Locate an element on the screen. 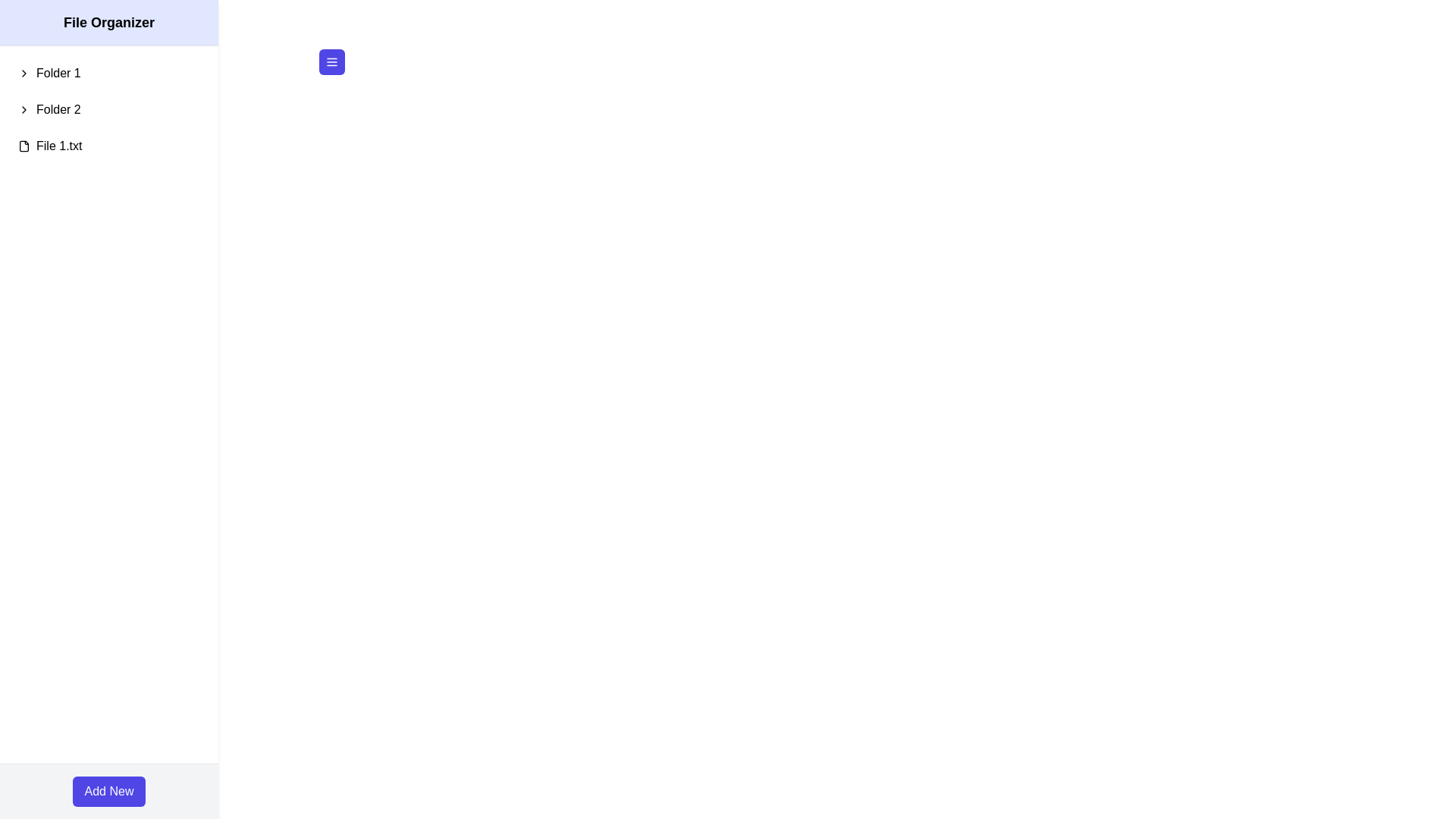 The width and height of the screenshot is (1456, 819). the right-pointing arrow toggle button located to the left of the 'Folder 1' label in the file organizer list for keyboard navigation is located at coordinates (24, 73).